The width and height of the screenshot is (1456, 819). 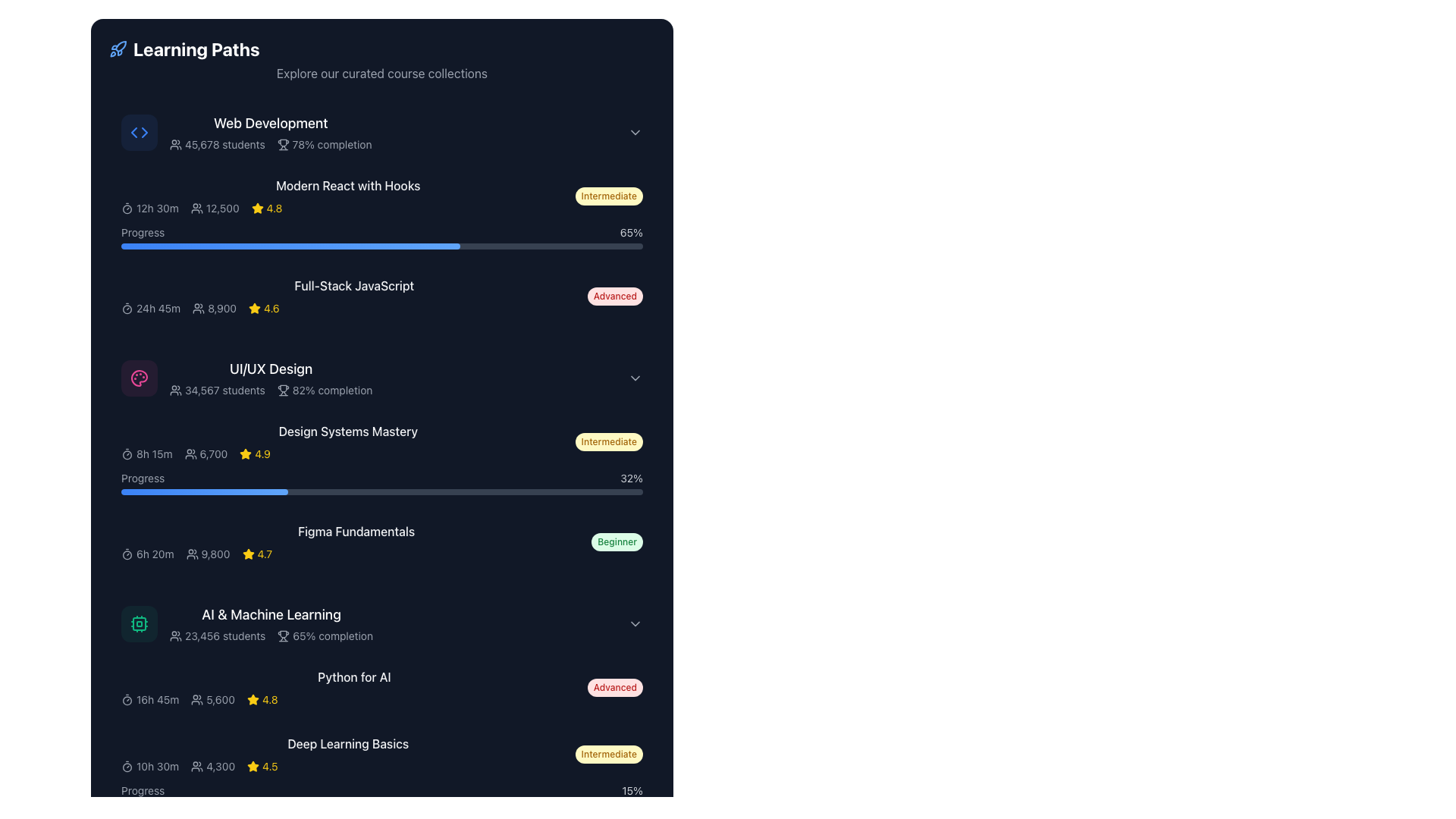 I want to click on the text element that displays the rating value for the 'Modern React with Hooks' course, located to the right of the yellow star icon, so click(x=275, y=208).